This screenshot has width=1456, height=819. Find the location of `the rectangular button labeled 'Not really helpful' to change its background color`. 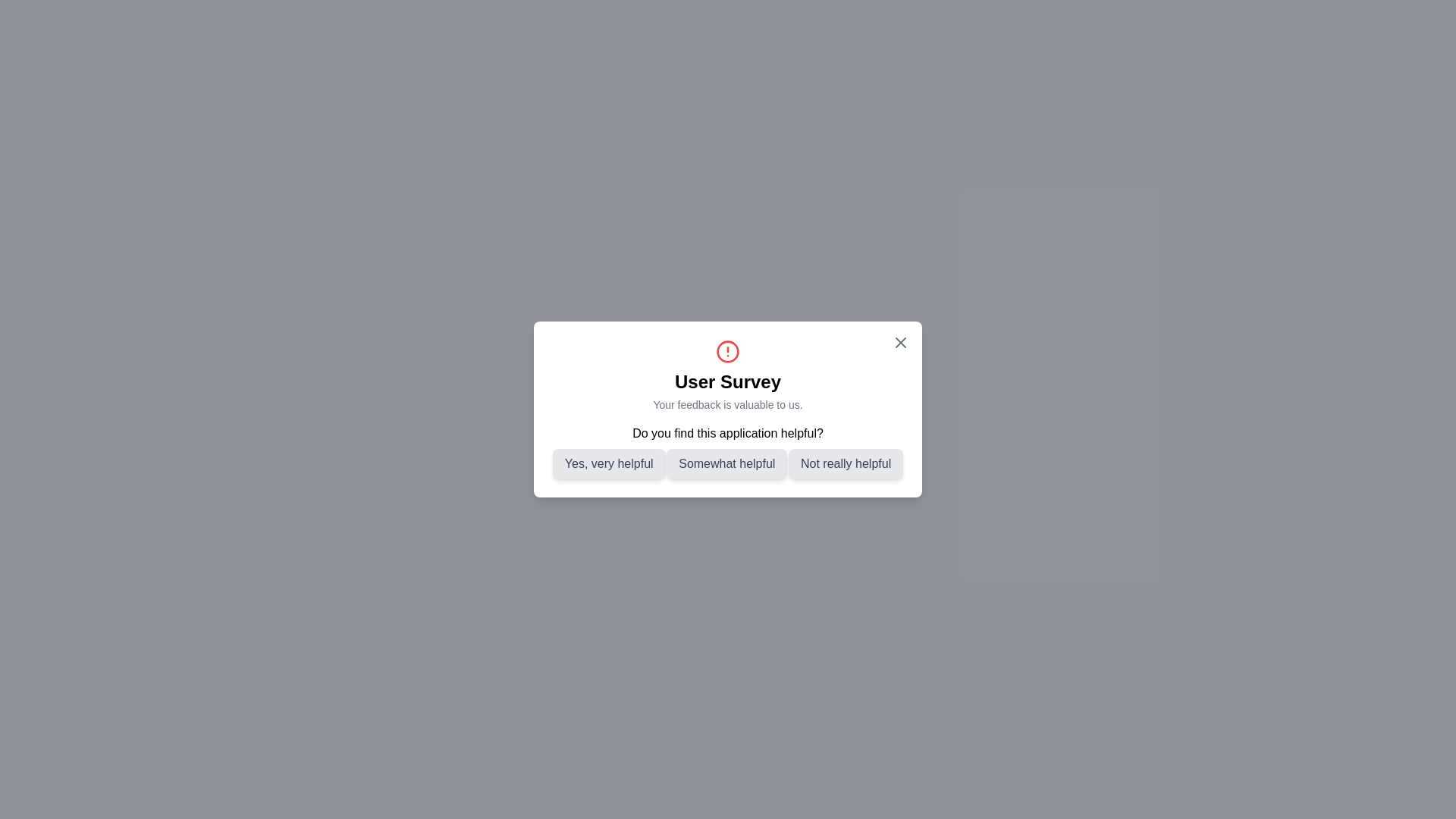

the rectangular button labeled 'Not really helpful' to change its background color is located at coordinates (845, 463).